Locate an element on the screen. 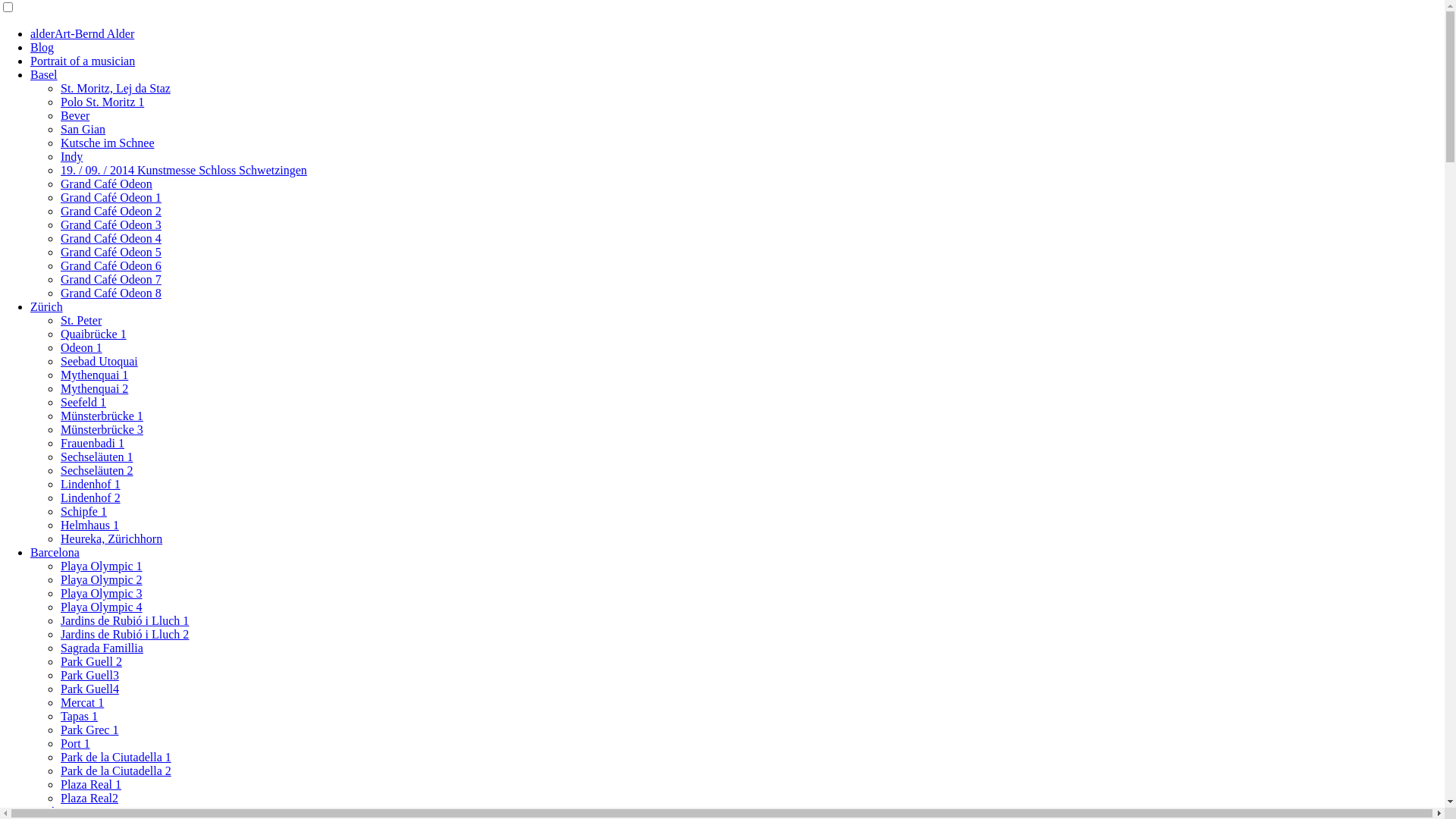  'Tapas 1' is located at coordinates (78, 716).